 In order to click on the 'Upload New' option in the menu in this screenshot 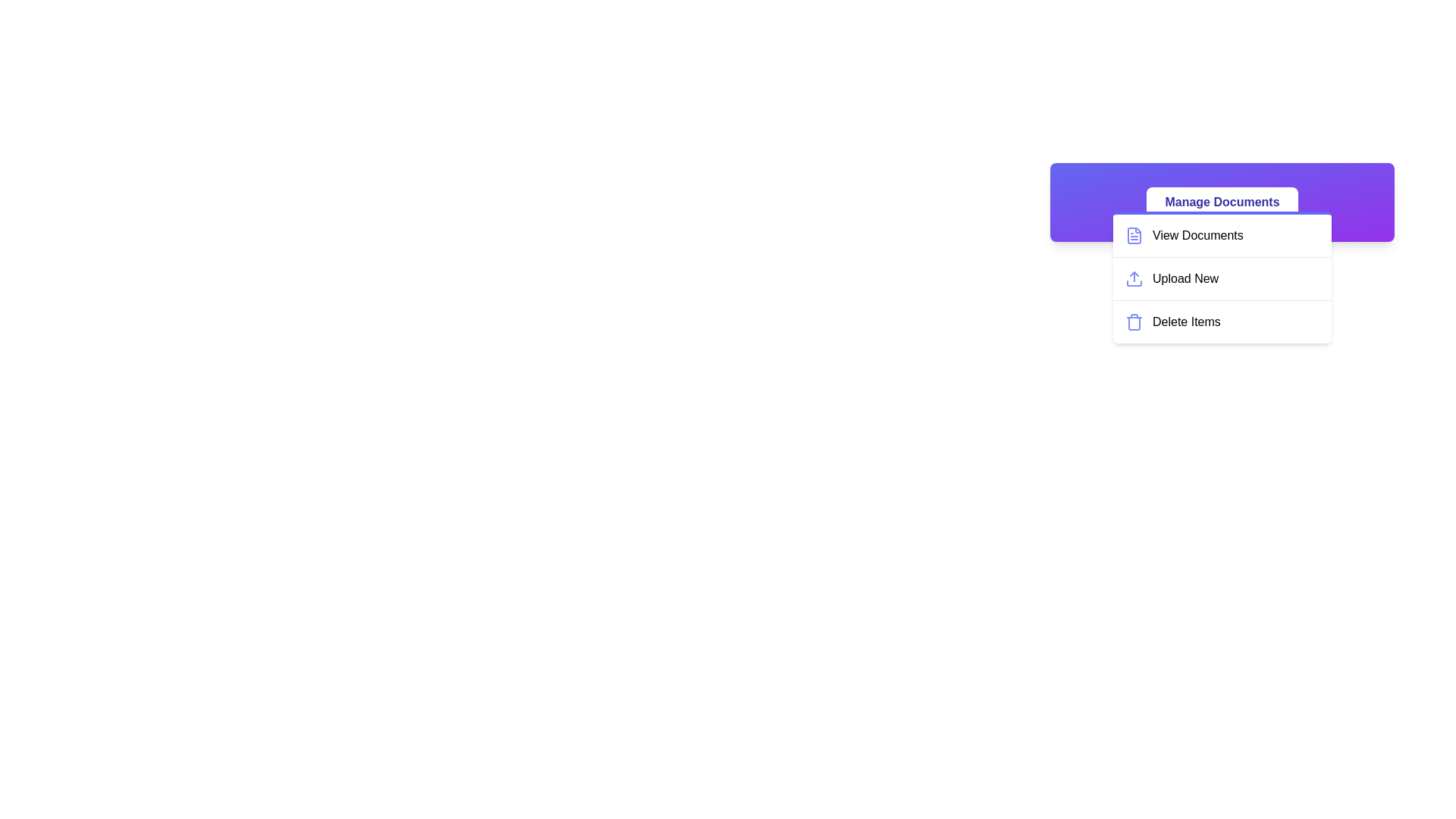, I will do `click(1222, 278)`.